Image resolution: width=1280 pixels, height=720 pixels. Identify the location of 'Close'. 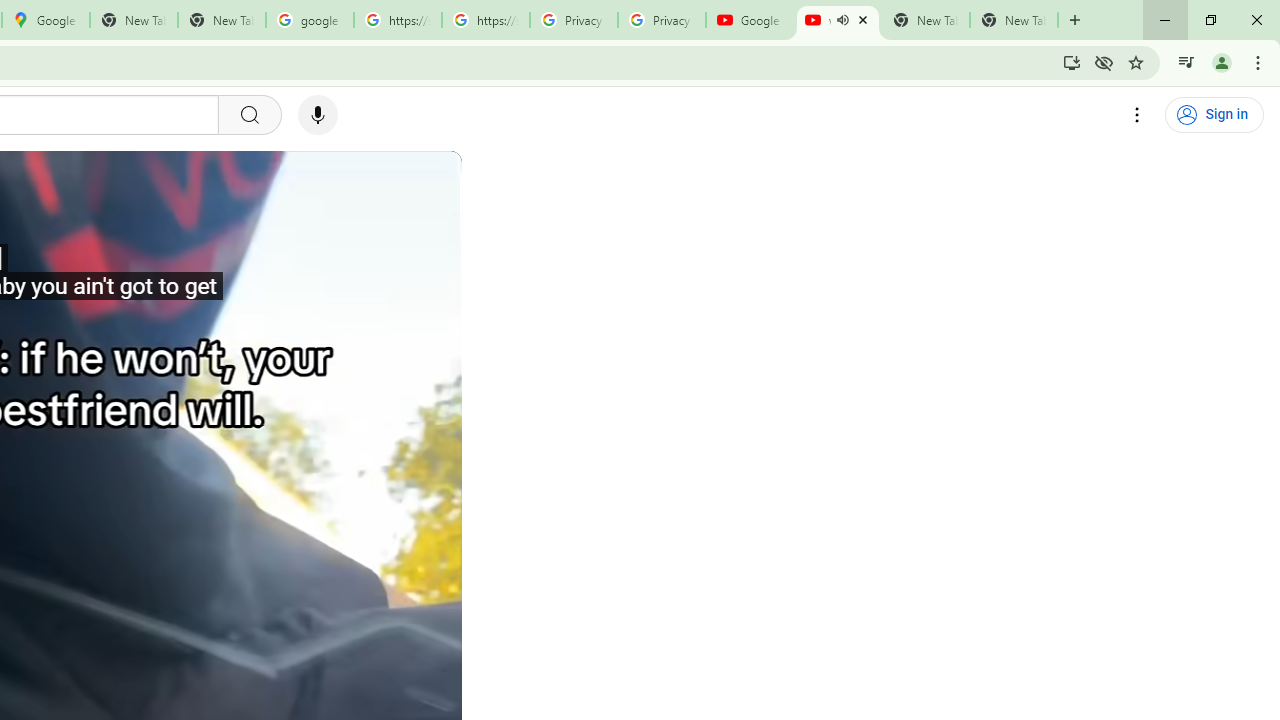
(862, 19).